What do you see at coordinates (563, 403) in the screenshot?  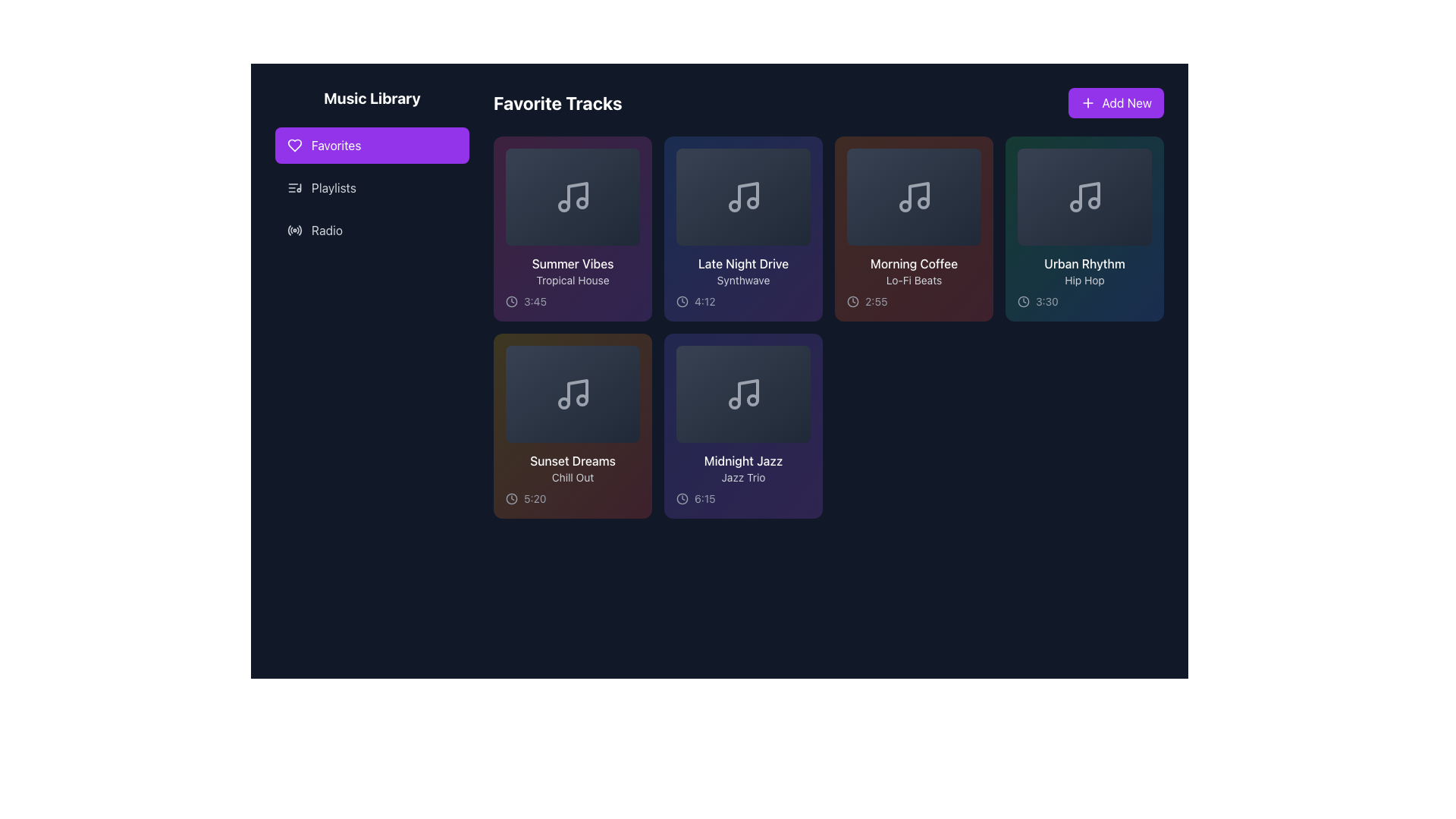 I see `the small circle inside the music note icon, which is part of the 'Sunset Dreams' card in the 'Favorite Tracks' section` at bounding box center [563, 403].